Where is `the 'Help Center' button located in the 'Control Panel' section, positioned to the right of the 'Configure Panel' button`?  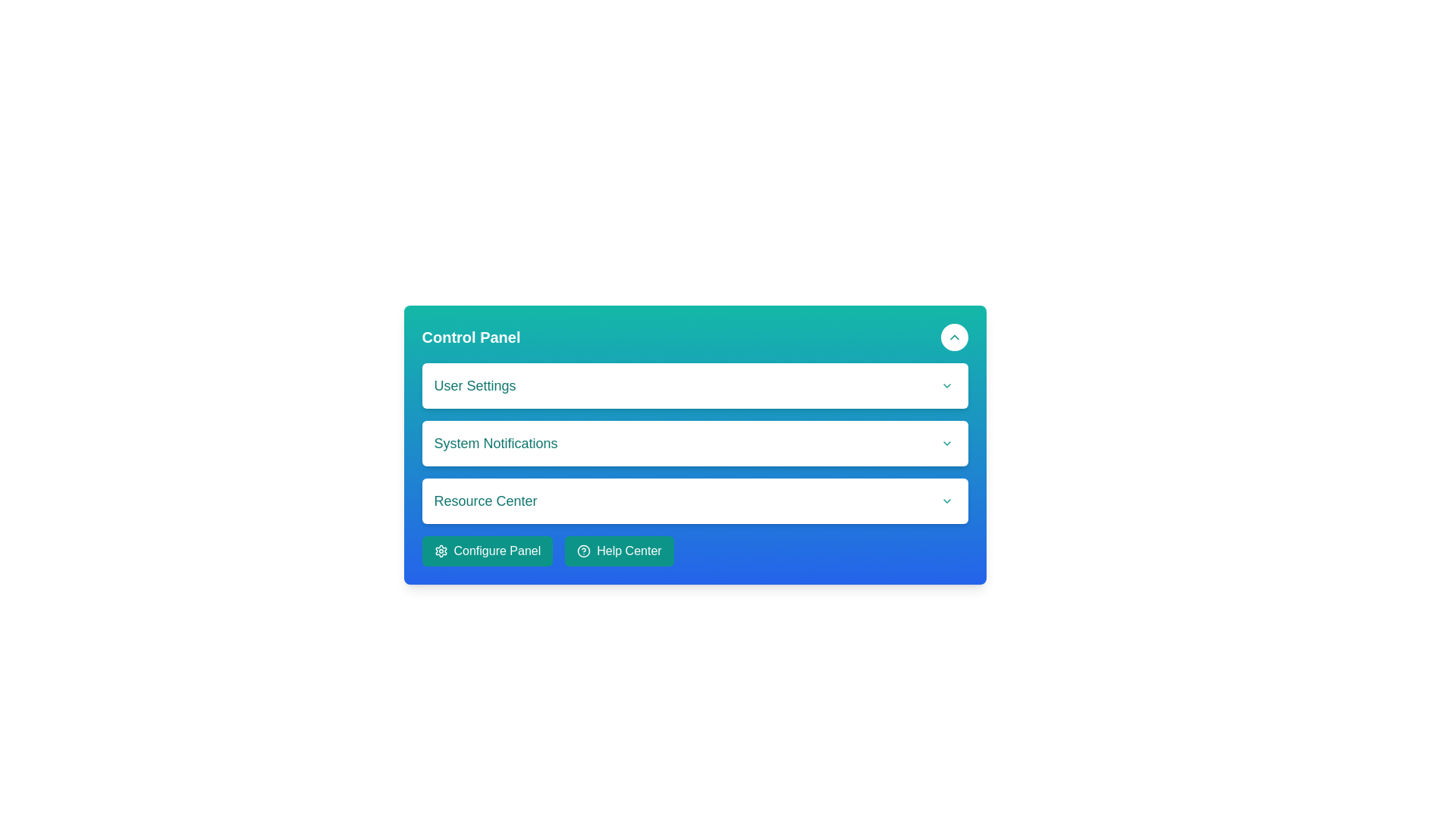 the 'Help Center' button located in the 'Control Panel' section, positioned to the right of the 'Configure Panel' button is located at coordinates (619, 551).